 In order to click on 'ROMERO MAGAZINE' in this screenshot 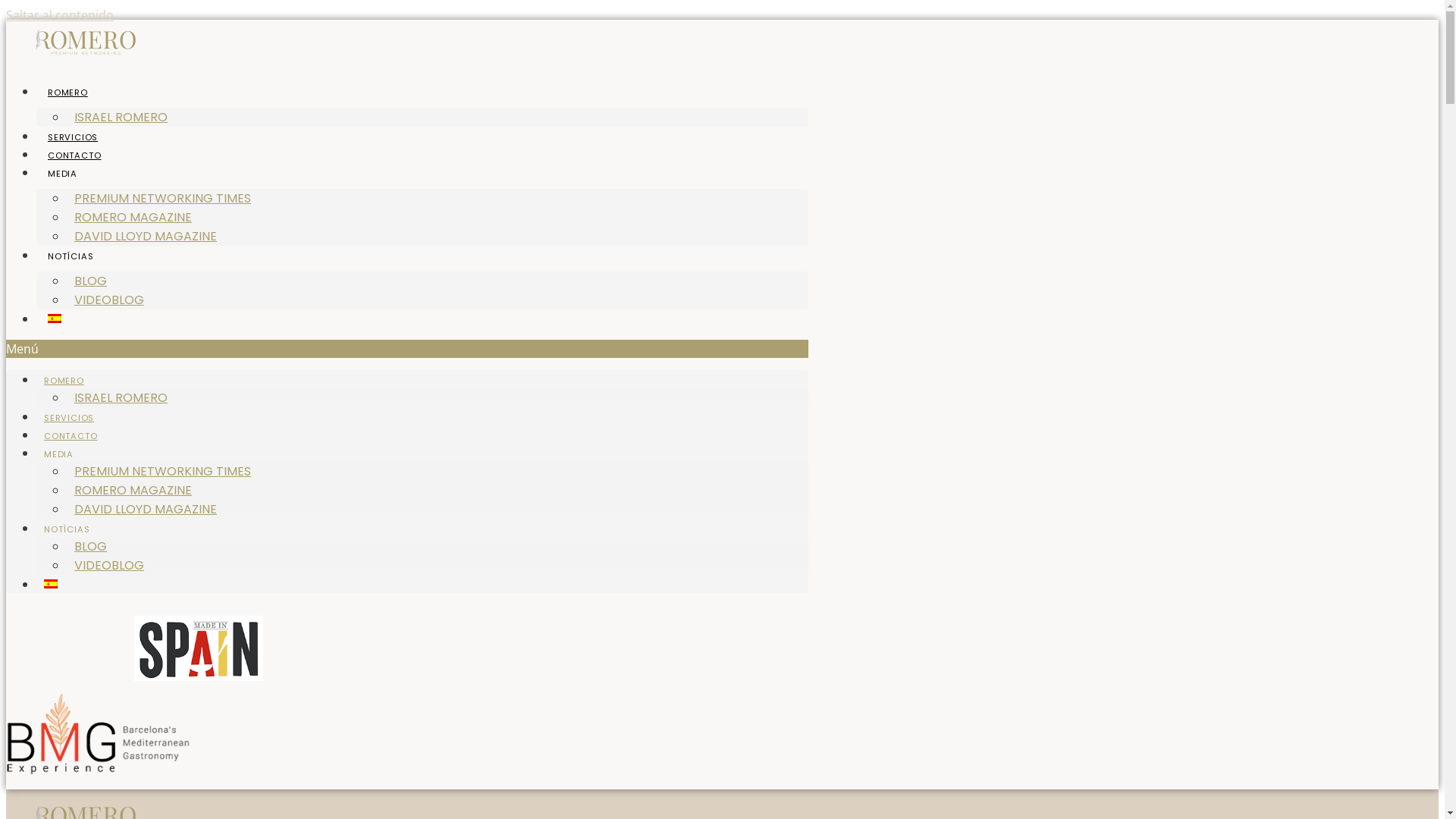, I will do `click(133, 490)`.